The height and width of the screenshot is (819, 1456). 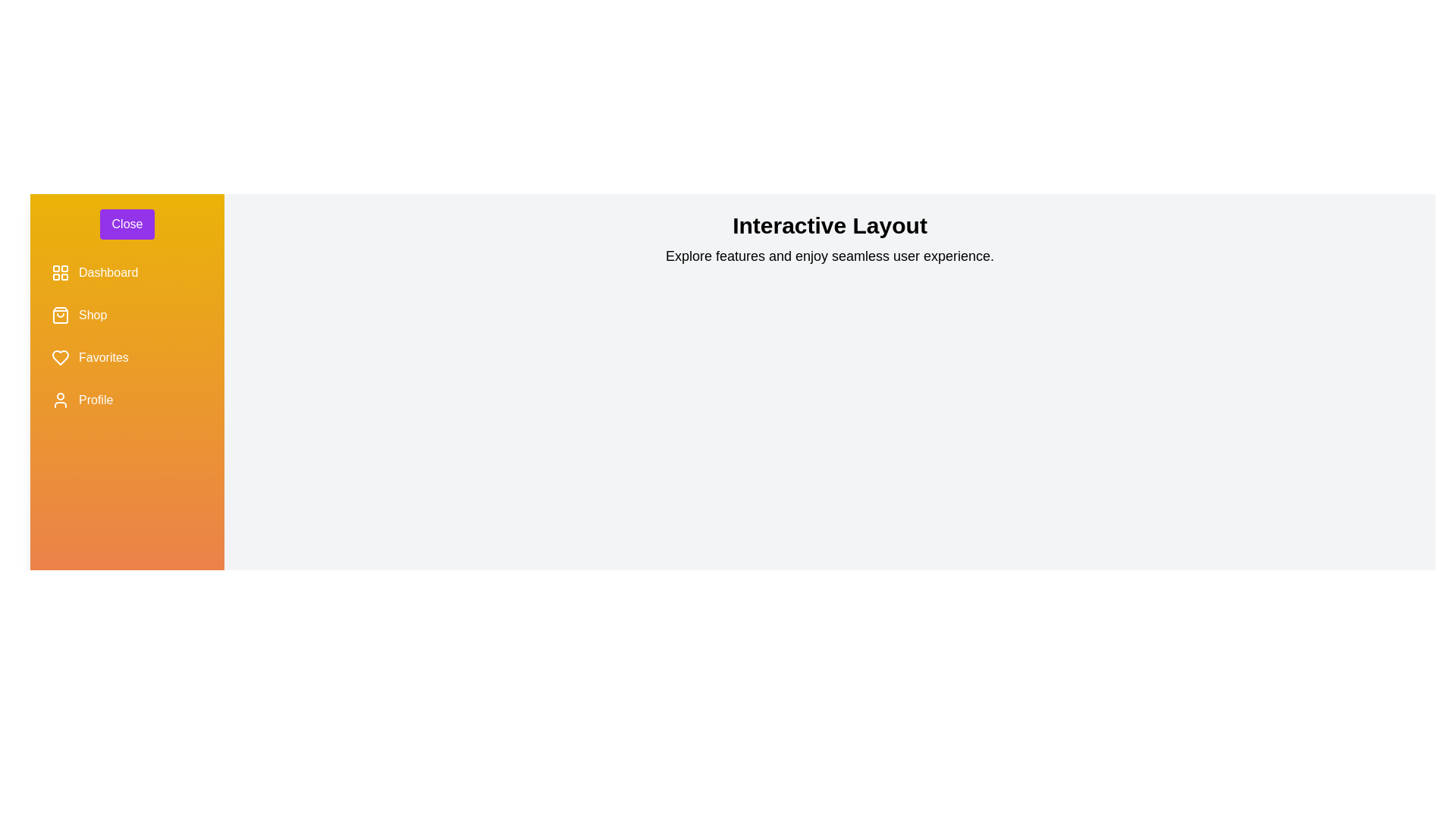 What do you see at coordinates (127, 315) in the screenshot?
I see `the menu item Shop in the sidebar` at bounding box center [127, 315].